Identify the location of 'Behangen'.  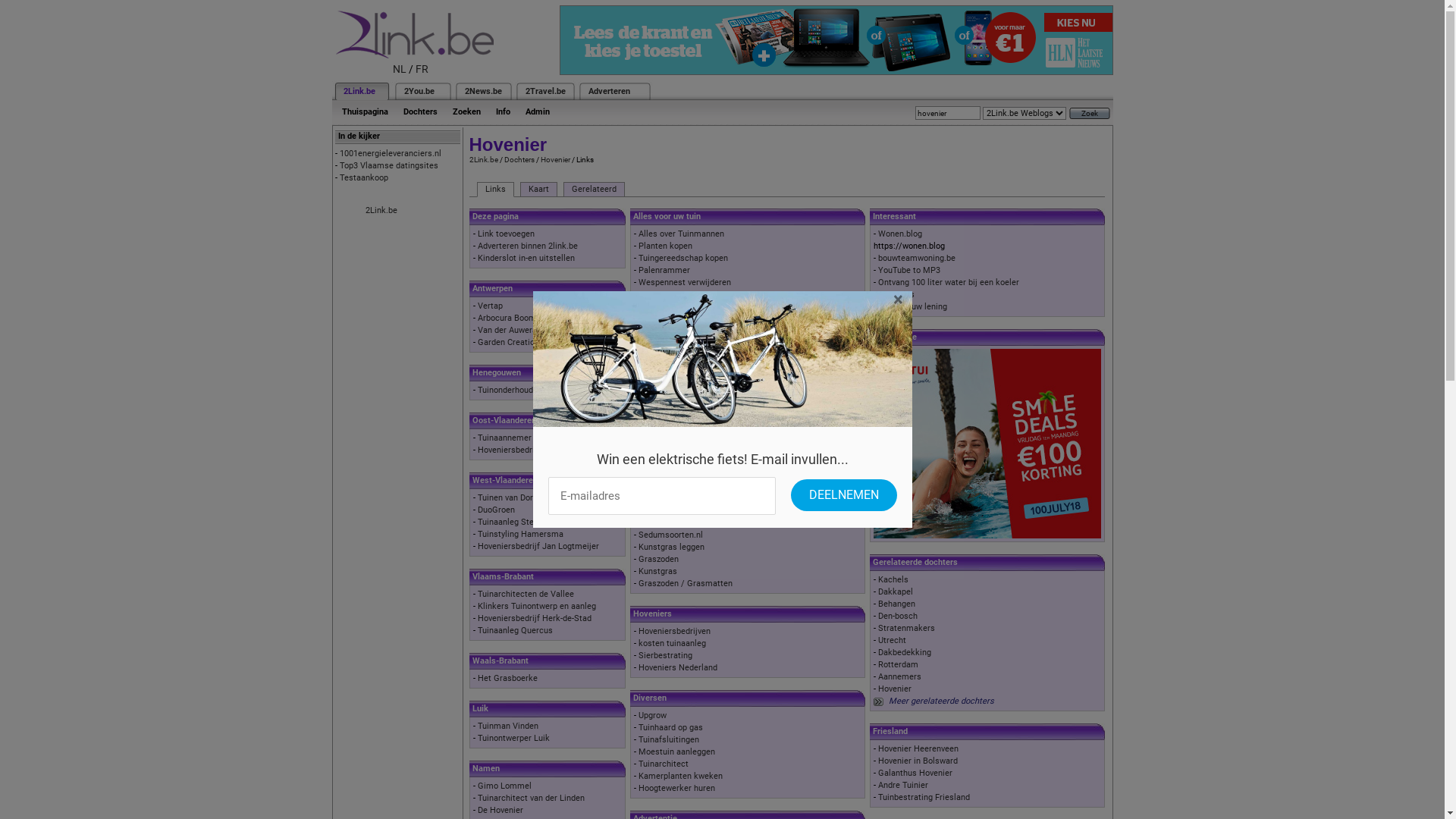
(877, 603).